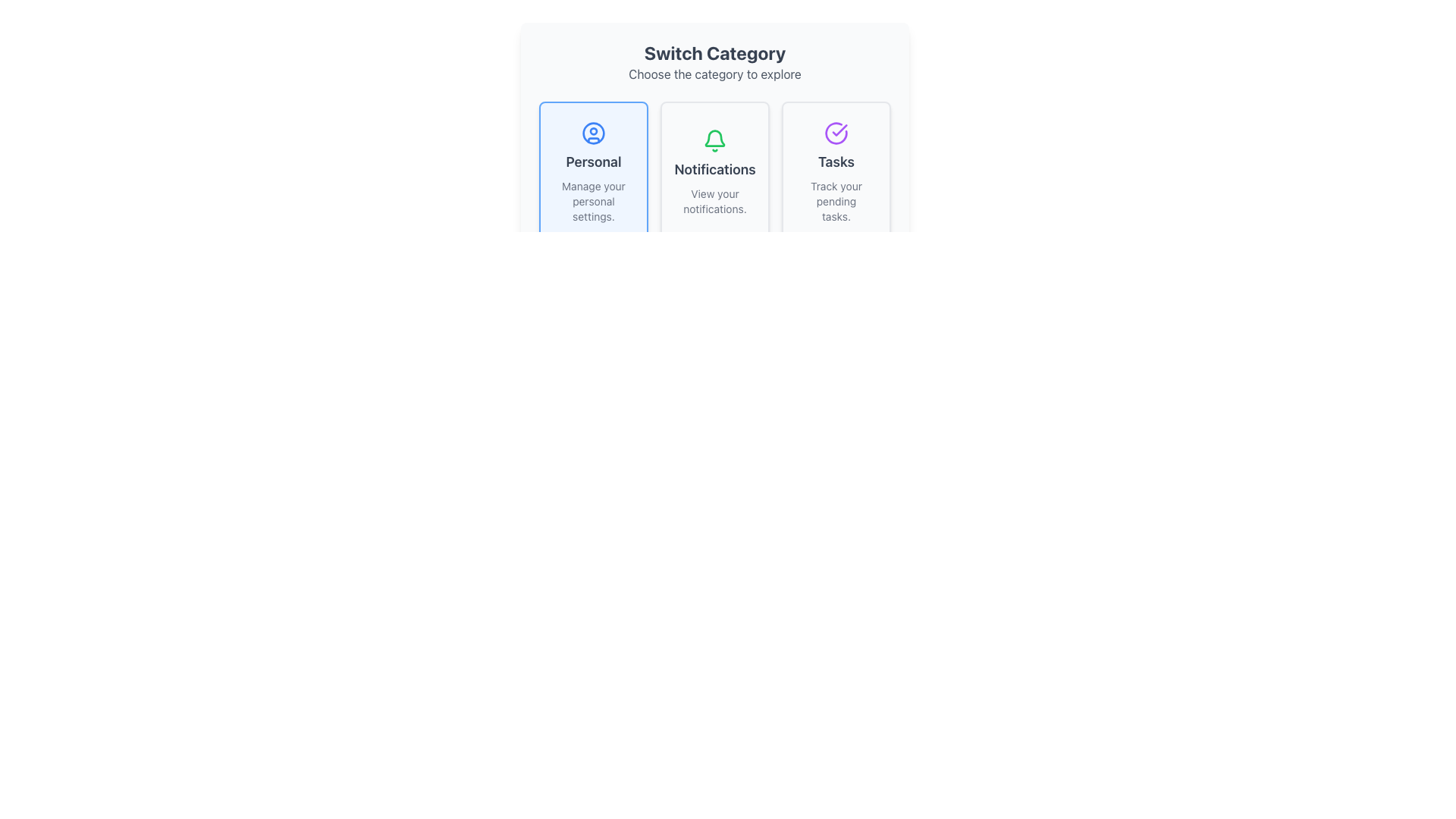 Image resolution: width=1456 pixels, height=819 pixels. Describe the element at coordinates (836, 171) in the screenshot. I see `the rectangular card component labeled 'Tasks', which features a purple checkmark icon and is located in the rightmost column of a three-column grid layout` at that location.